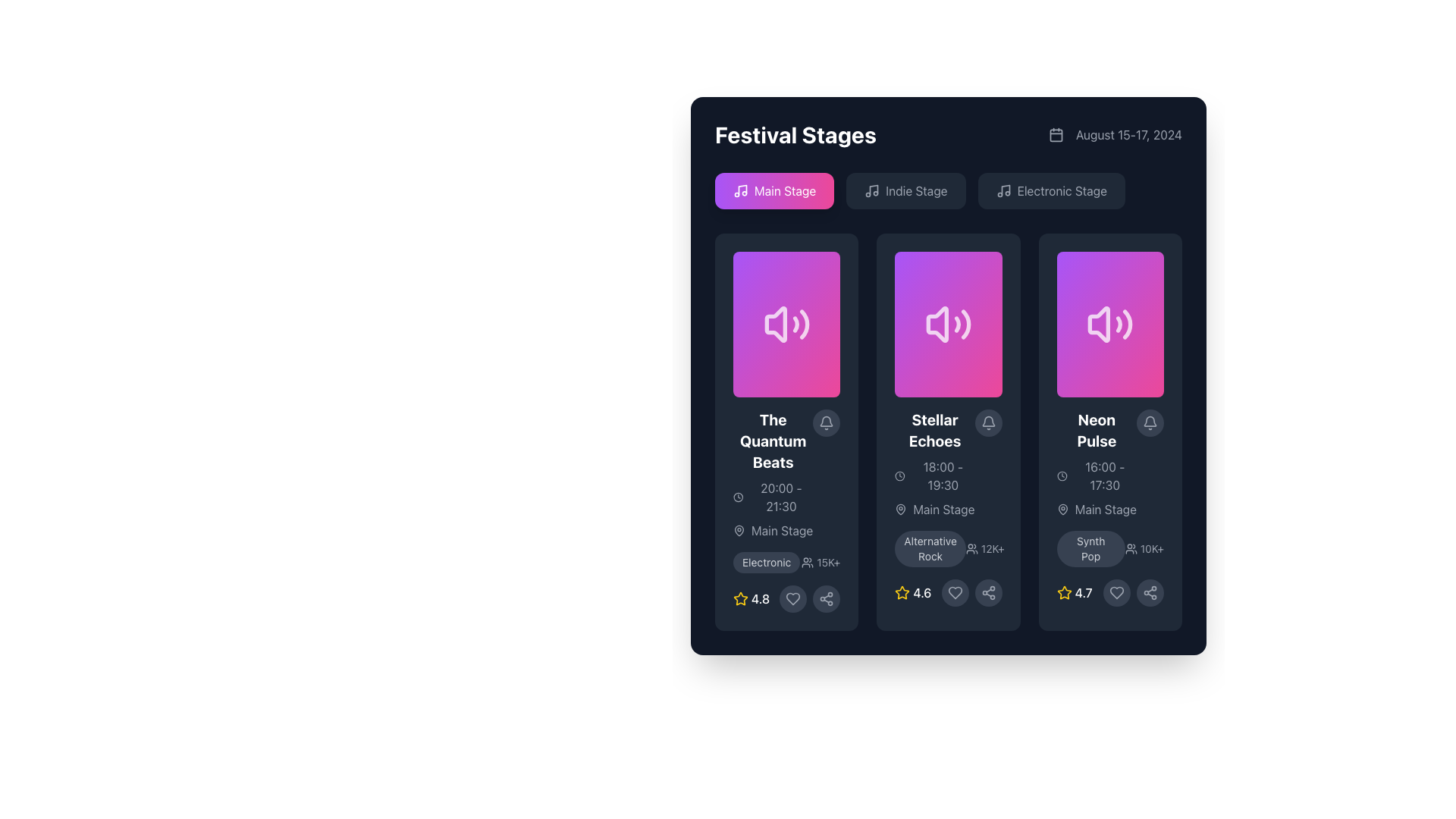  Describe the element at coordinates (795, 133) in the screenshot. I see `the static text element displaying 'Festival Stages' in a bold, large font with a white color against a dark background, located in the upper-left corner of its section` at that location.